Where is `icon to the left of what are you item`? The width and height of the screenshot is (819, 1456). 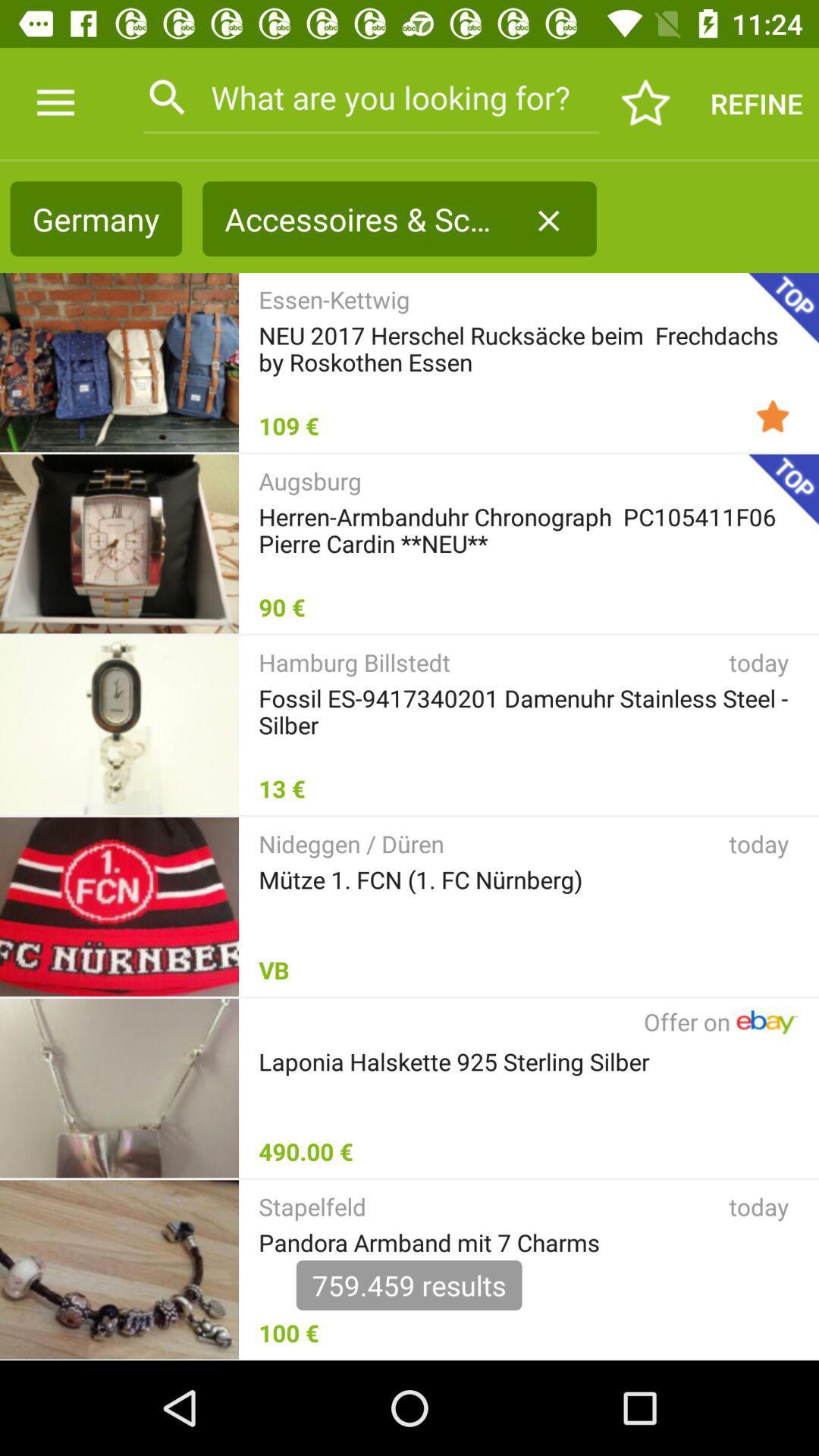 icon to the left of what are you item is located at coordinates (55, 102).